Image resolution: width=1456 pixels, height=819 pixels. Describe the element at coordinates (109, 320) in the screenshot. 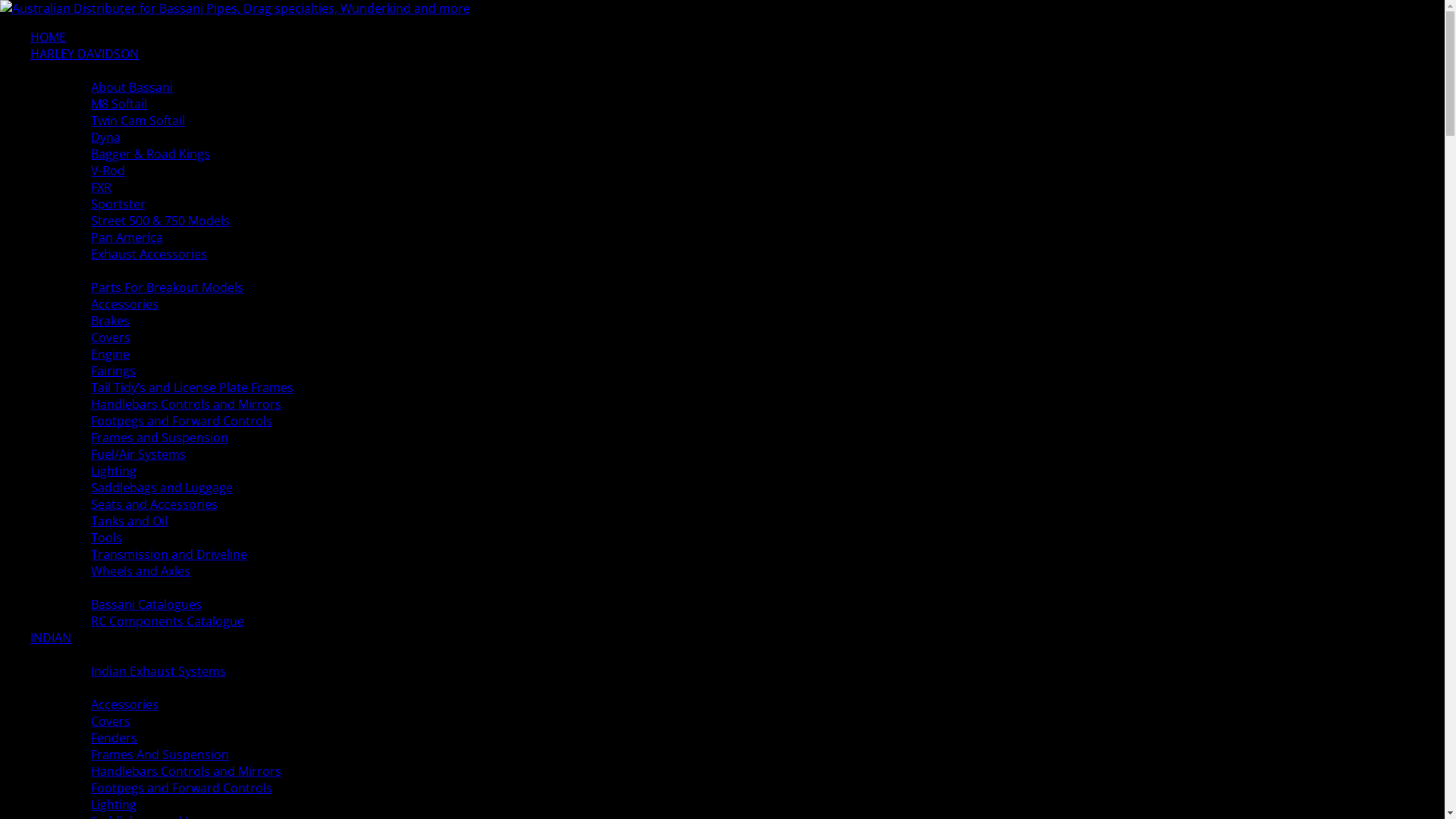

I see `'Brakes'` at that location.